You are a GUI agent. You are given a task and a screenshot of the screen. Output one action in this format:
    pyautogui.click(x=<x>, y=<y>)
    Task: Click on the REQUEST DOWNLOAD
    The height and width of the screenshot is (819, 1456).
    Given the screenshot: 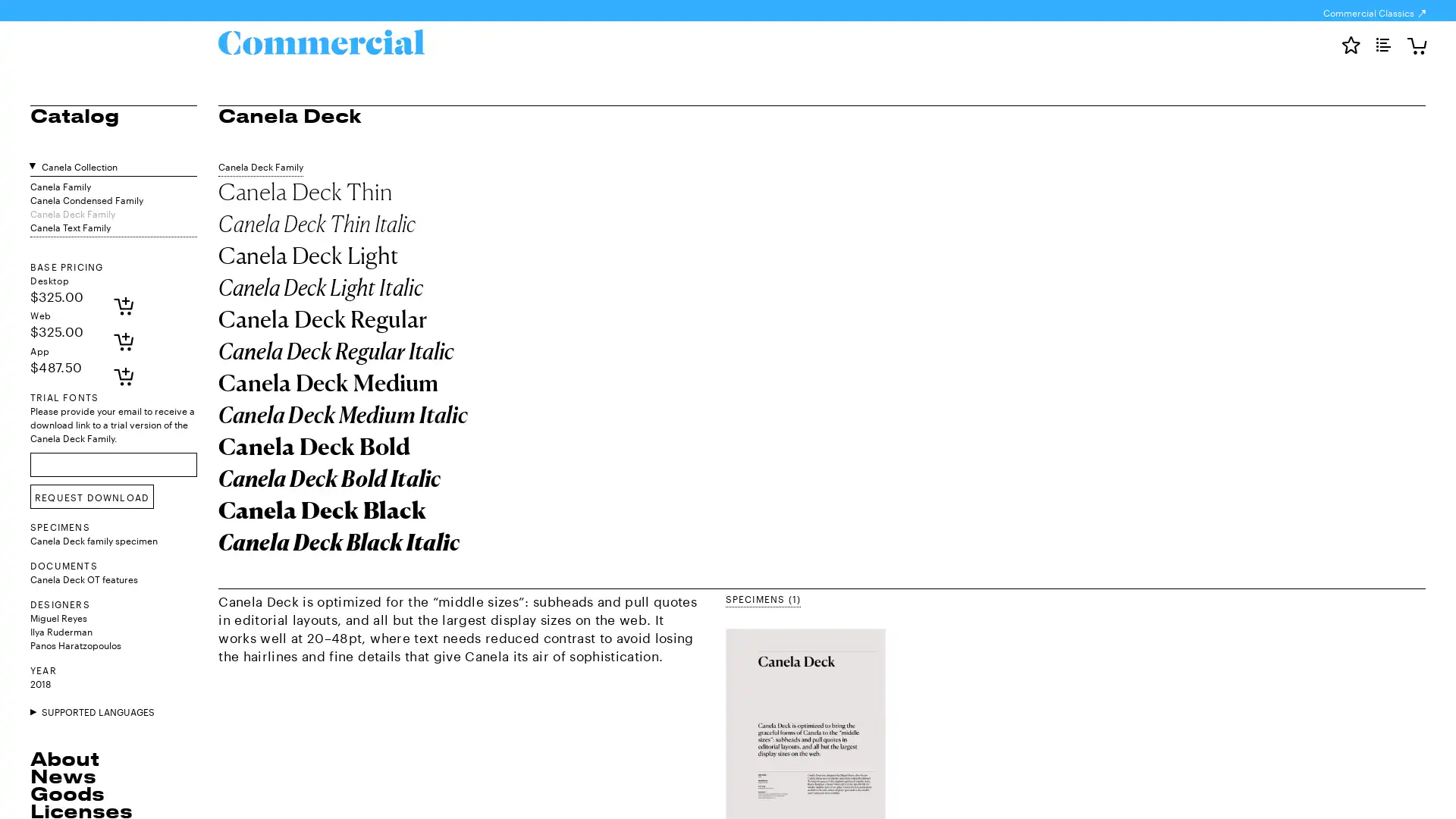 What is the action you would take?
    pyautogui.click(x=91, y=497)
    